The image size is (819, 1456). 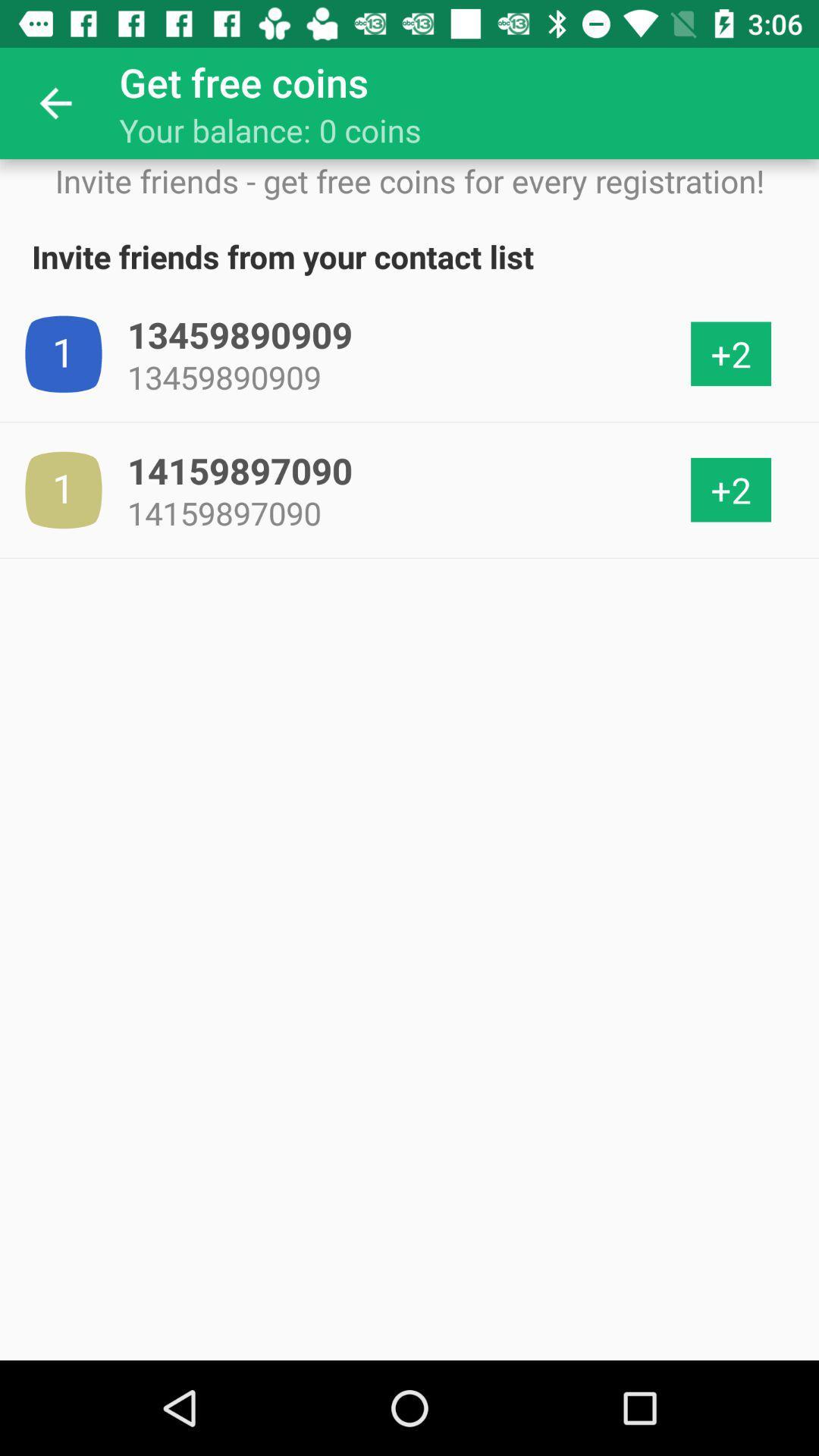 I want to click on icon next to get free coins item, so click(x=55, y=102).